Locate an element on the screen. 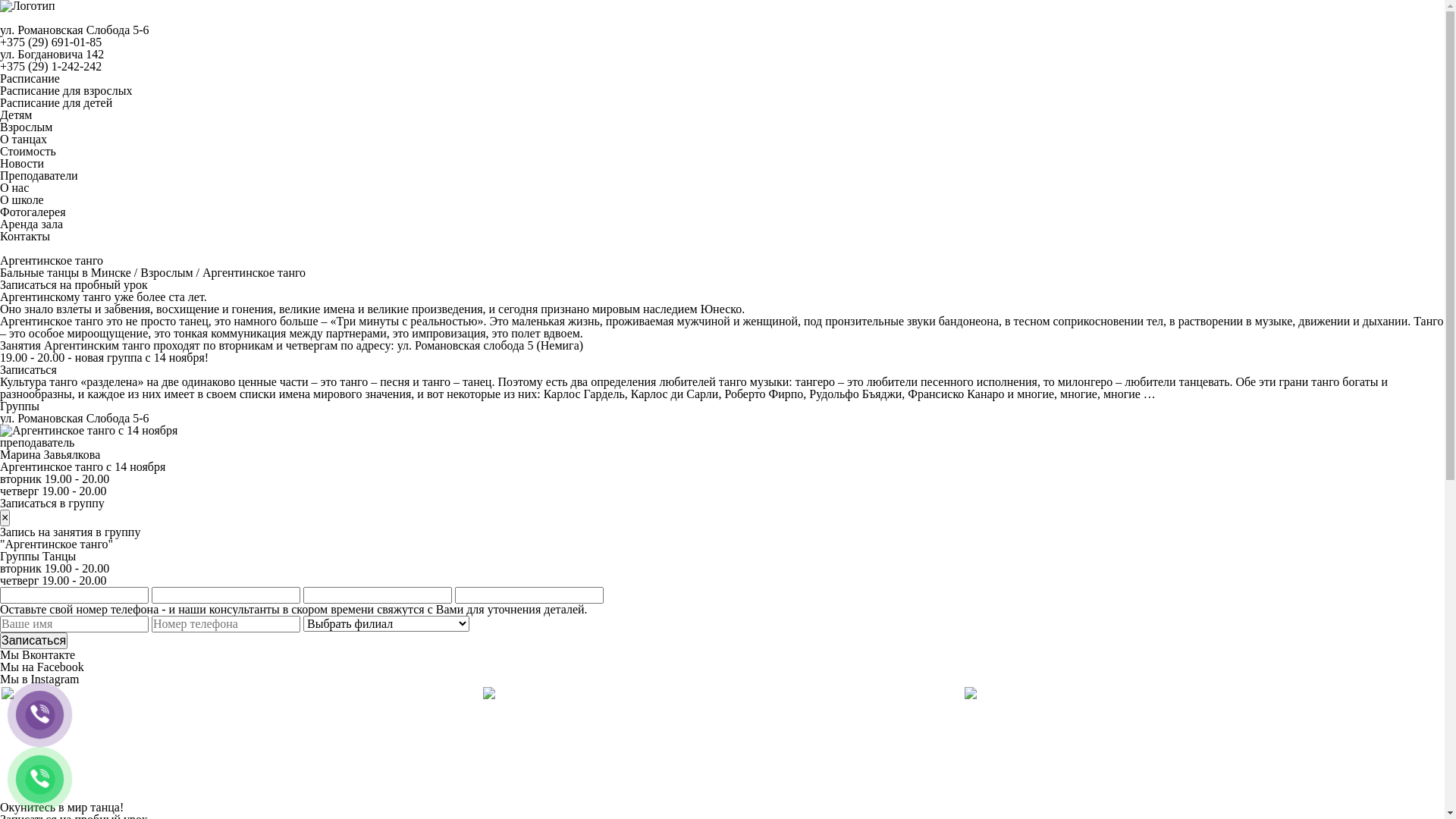 The height and width of the screenshot is (819, 1456). '+375 (29) 1-242-242' is located at coordinates (51, 65).